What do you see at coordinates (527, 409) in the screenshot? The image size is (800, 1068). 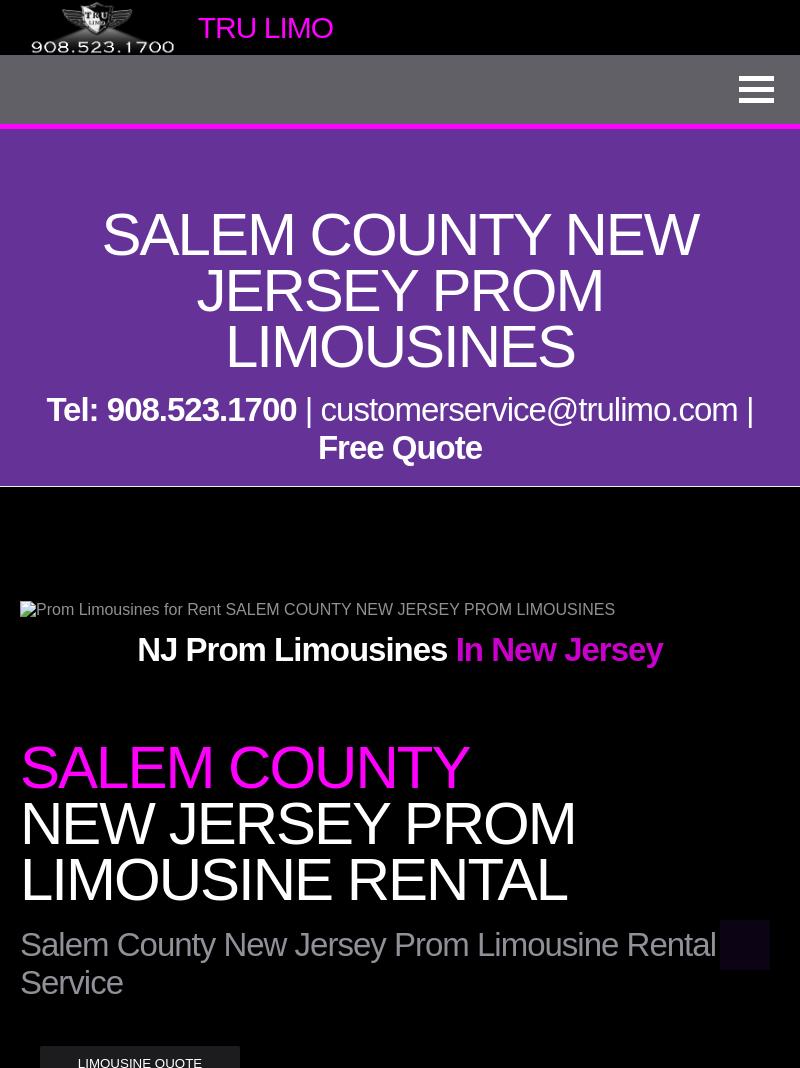 I see `'customerservice@trulimo.com'` at bounding box center [527, 409].